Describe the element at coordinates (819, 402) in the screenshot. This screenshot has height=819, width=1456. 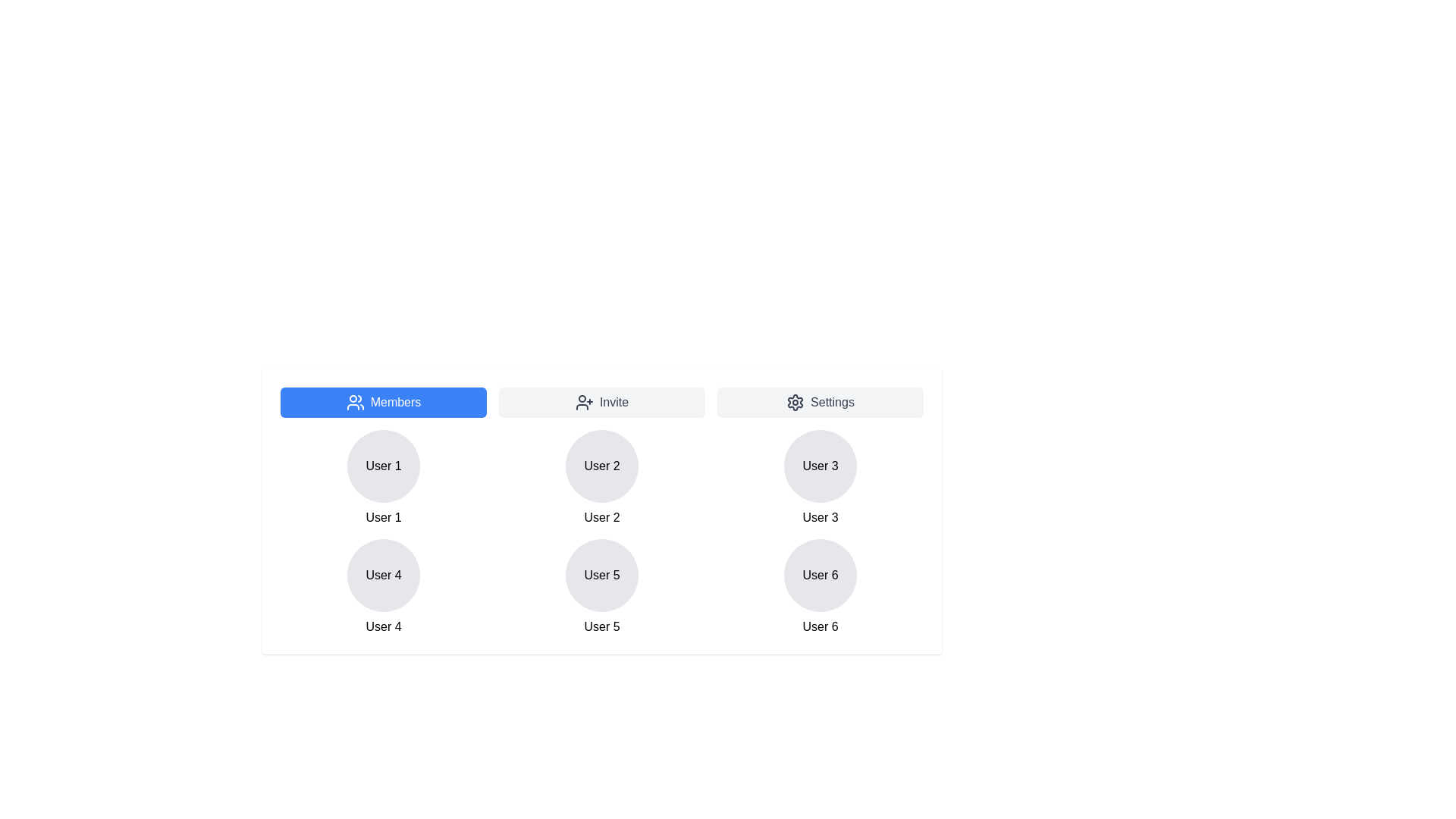
I see `the 'Settings' button, which is the third button in a horizontal row of buttons labeled 'Members', 'Invite', and 'Settings', located at the bottom right of the interface` at that location.